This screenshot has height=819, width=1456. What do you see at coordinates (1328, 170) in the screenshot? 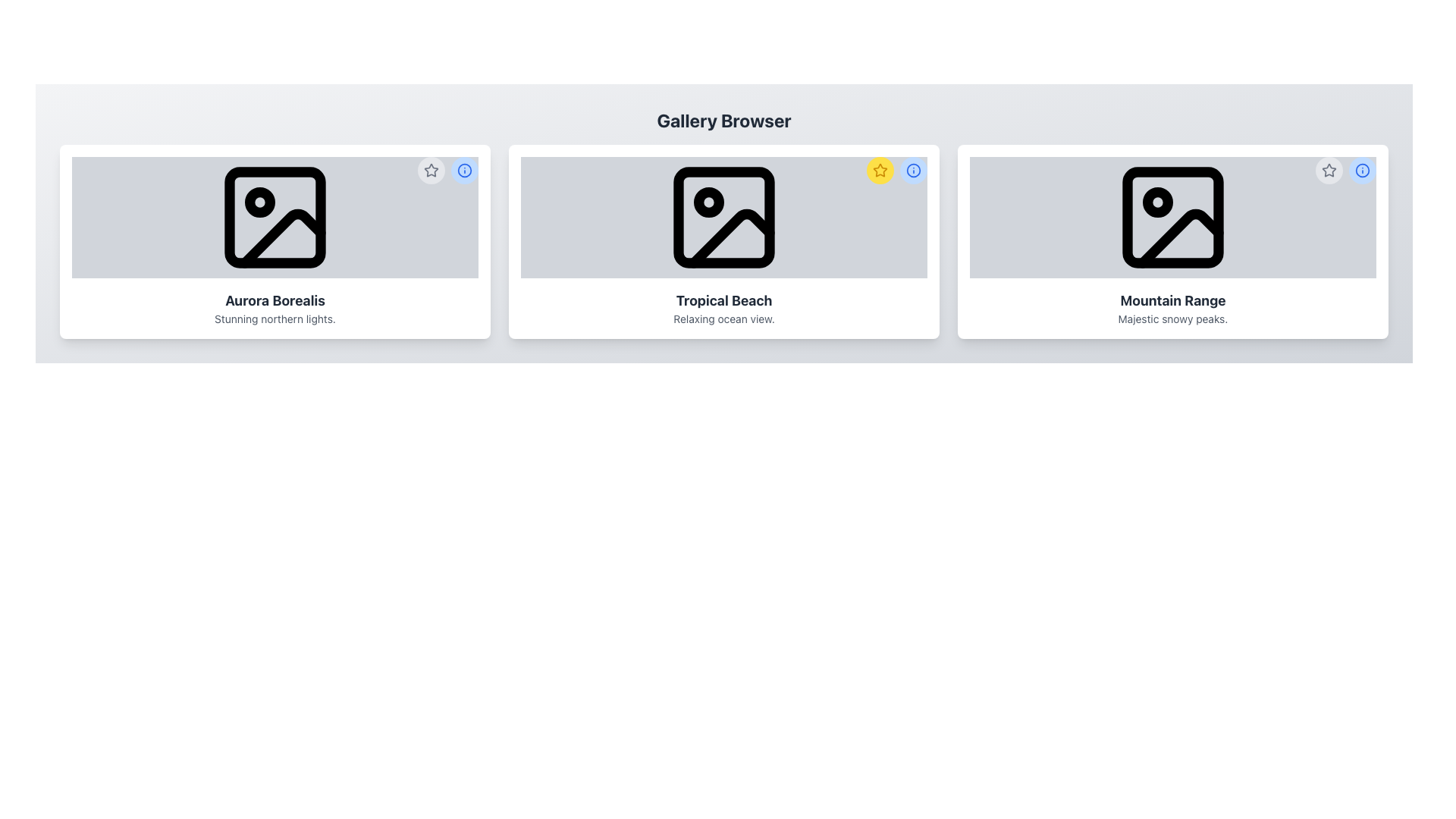
I see `the star icon button located in the top-right corner of the 'Mountain Range' card to favorite the item` at bounding box center [1328, 170].